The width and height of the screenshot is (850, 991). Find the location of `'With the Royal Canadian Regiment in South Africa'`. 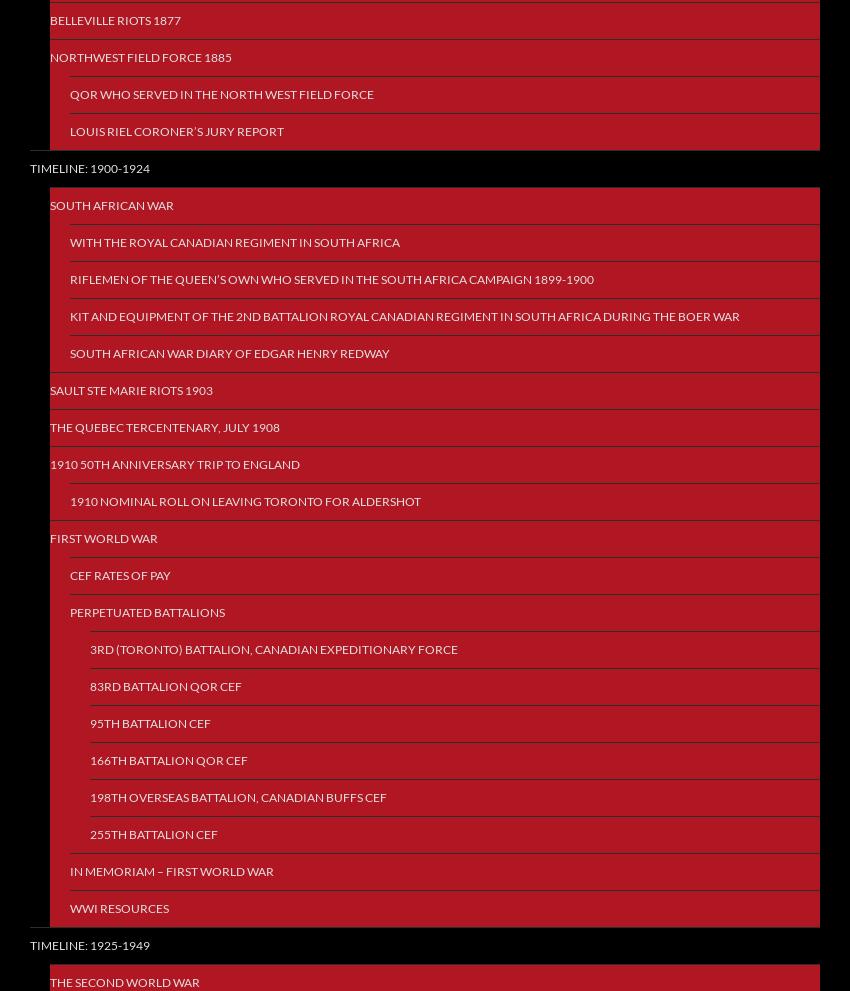

'With the Royal Canadian Regiment in South Africa' is located at coordinates (235, 242).